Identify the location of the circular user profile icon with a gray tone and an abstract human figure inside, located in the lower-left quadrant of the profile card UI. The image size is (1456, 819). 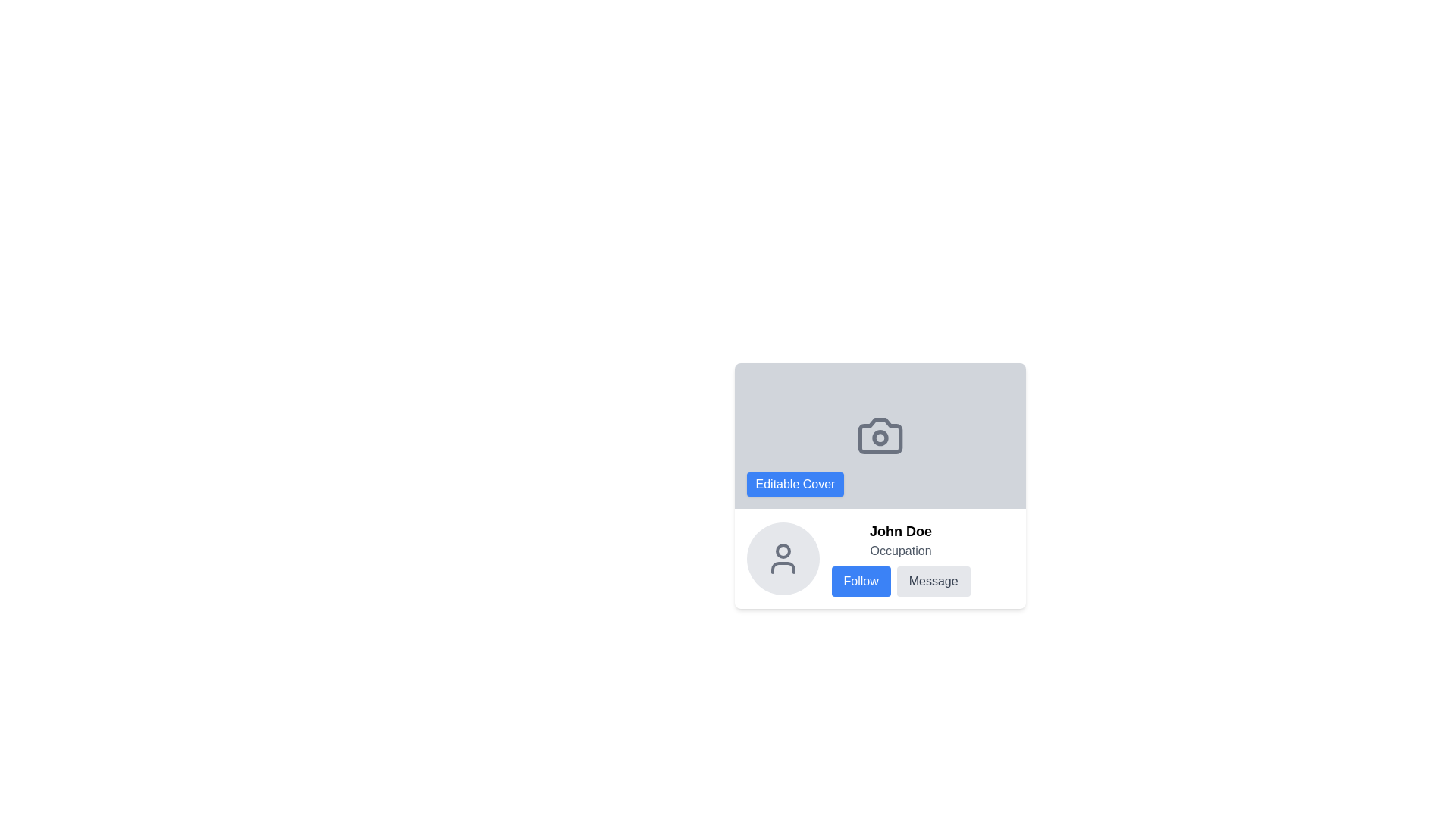
(783, 558).